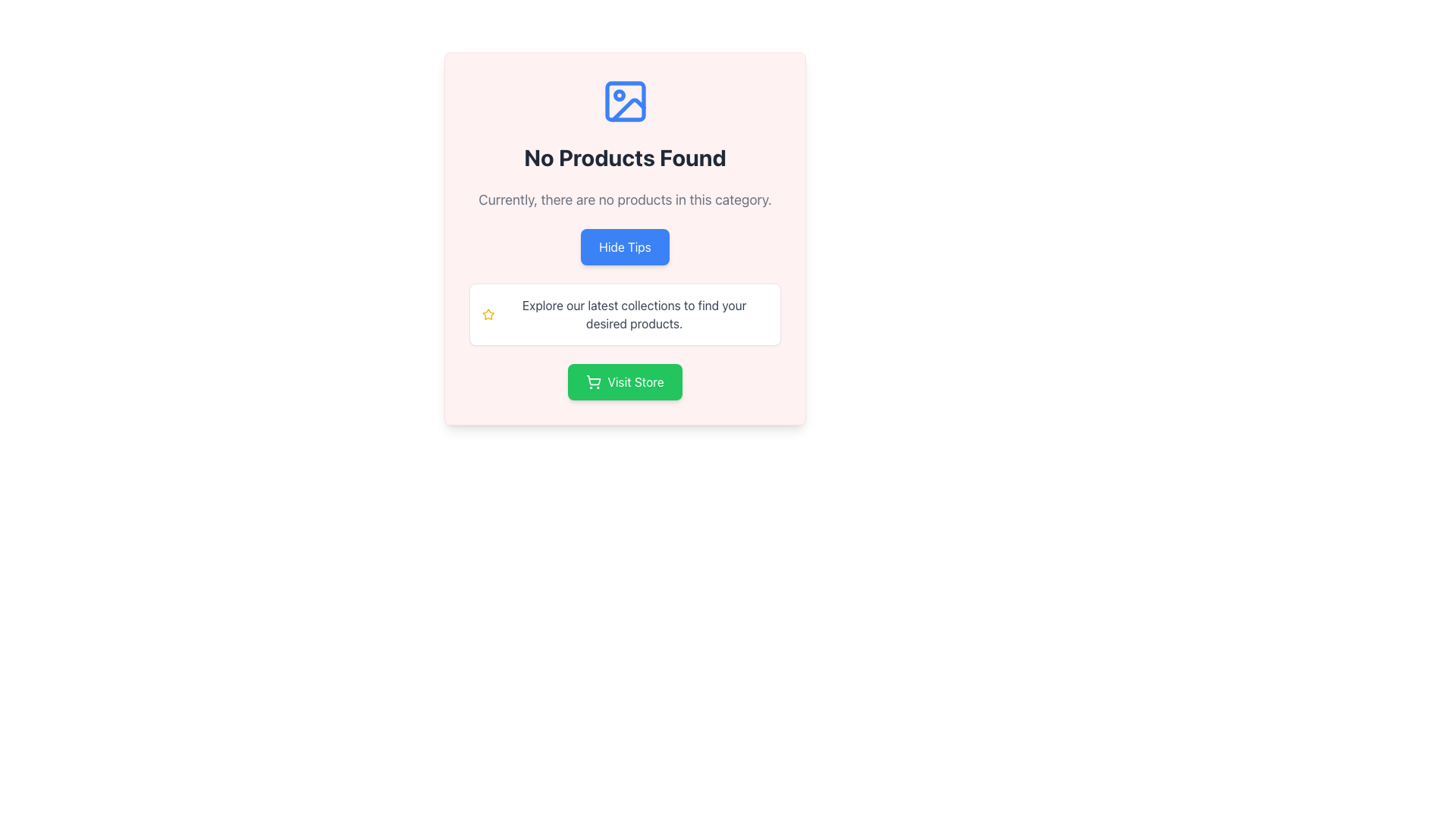 This screenshot has width=1456, height=819. Describe the element at coordinates (625, 314) in the screenshot. I see `the informational text with an icon that encourages users` at that location.